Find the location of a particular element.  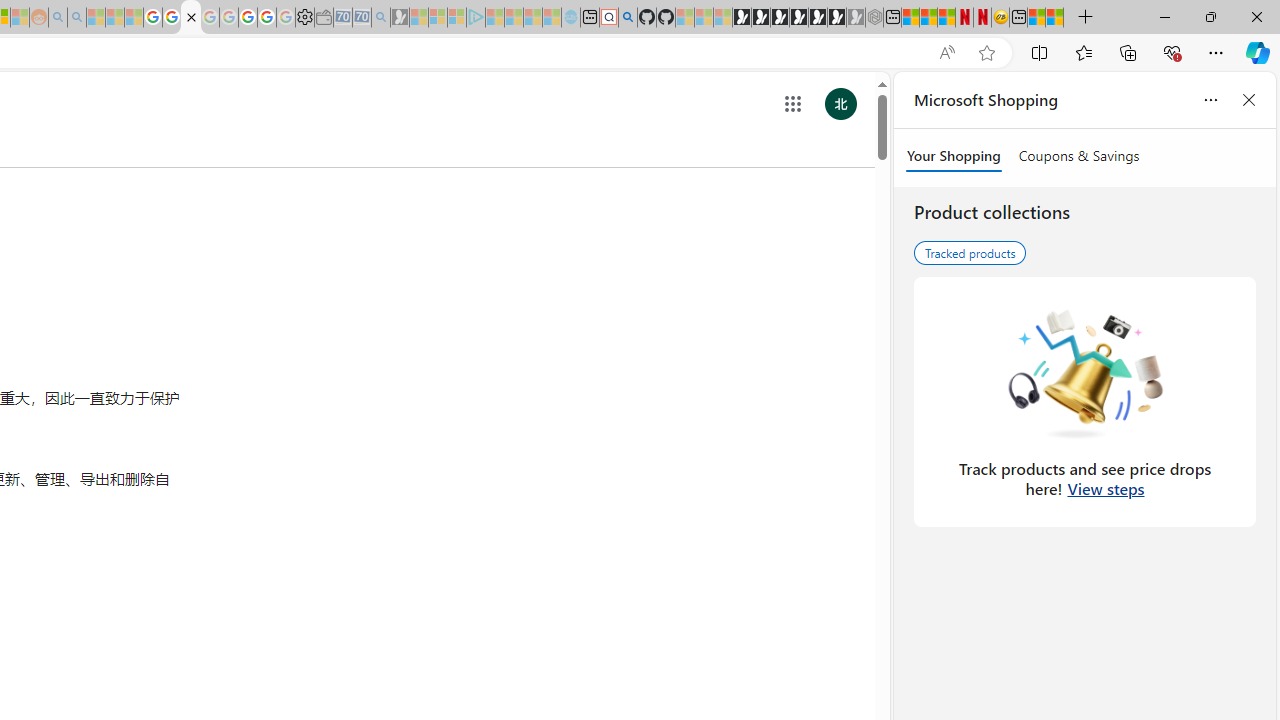

'Wildlife - MSN' is located at coordinates (1036, 17).